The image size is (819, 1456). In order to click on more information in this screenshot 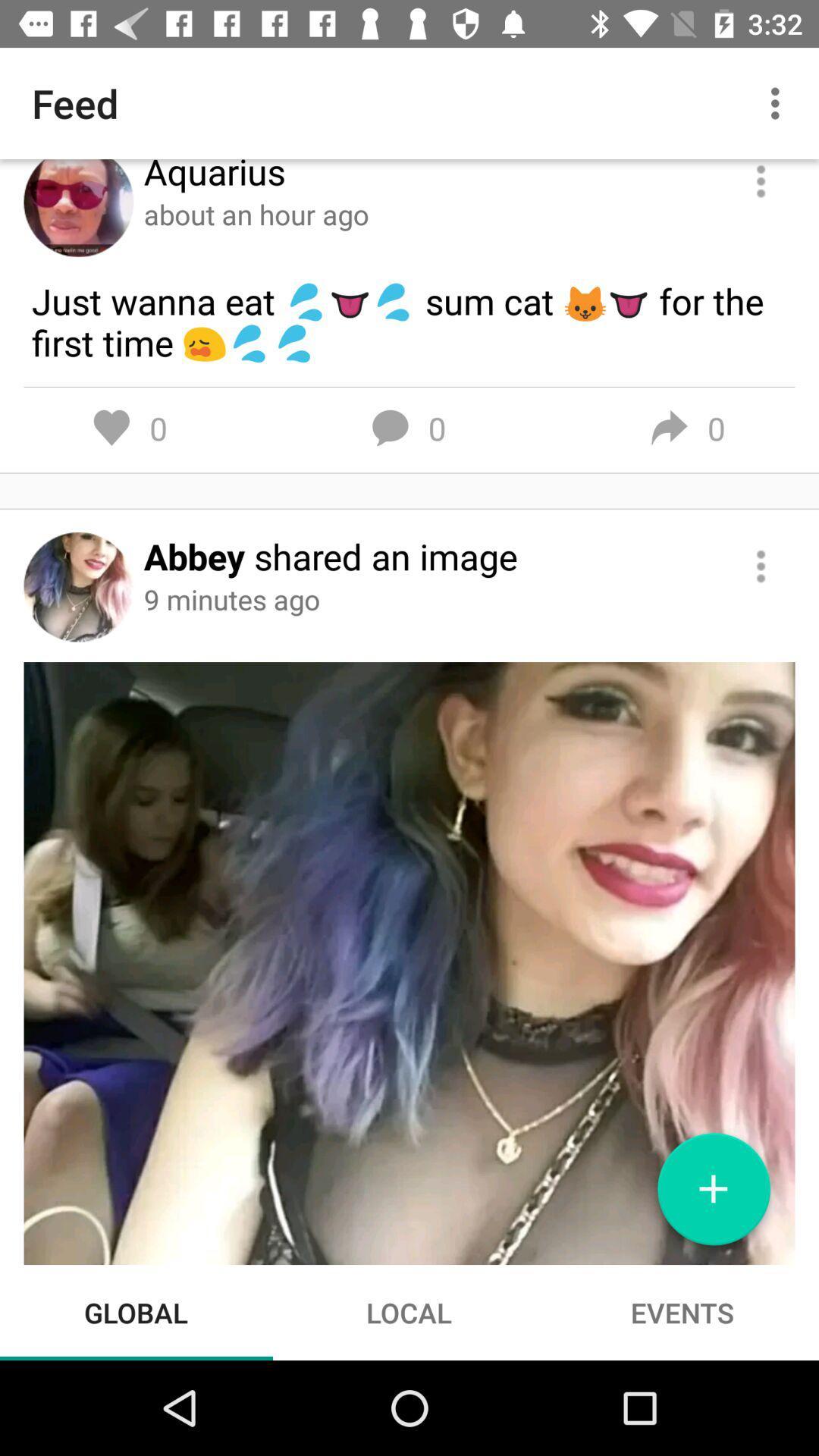, I will do `click(761, 566)`.